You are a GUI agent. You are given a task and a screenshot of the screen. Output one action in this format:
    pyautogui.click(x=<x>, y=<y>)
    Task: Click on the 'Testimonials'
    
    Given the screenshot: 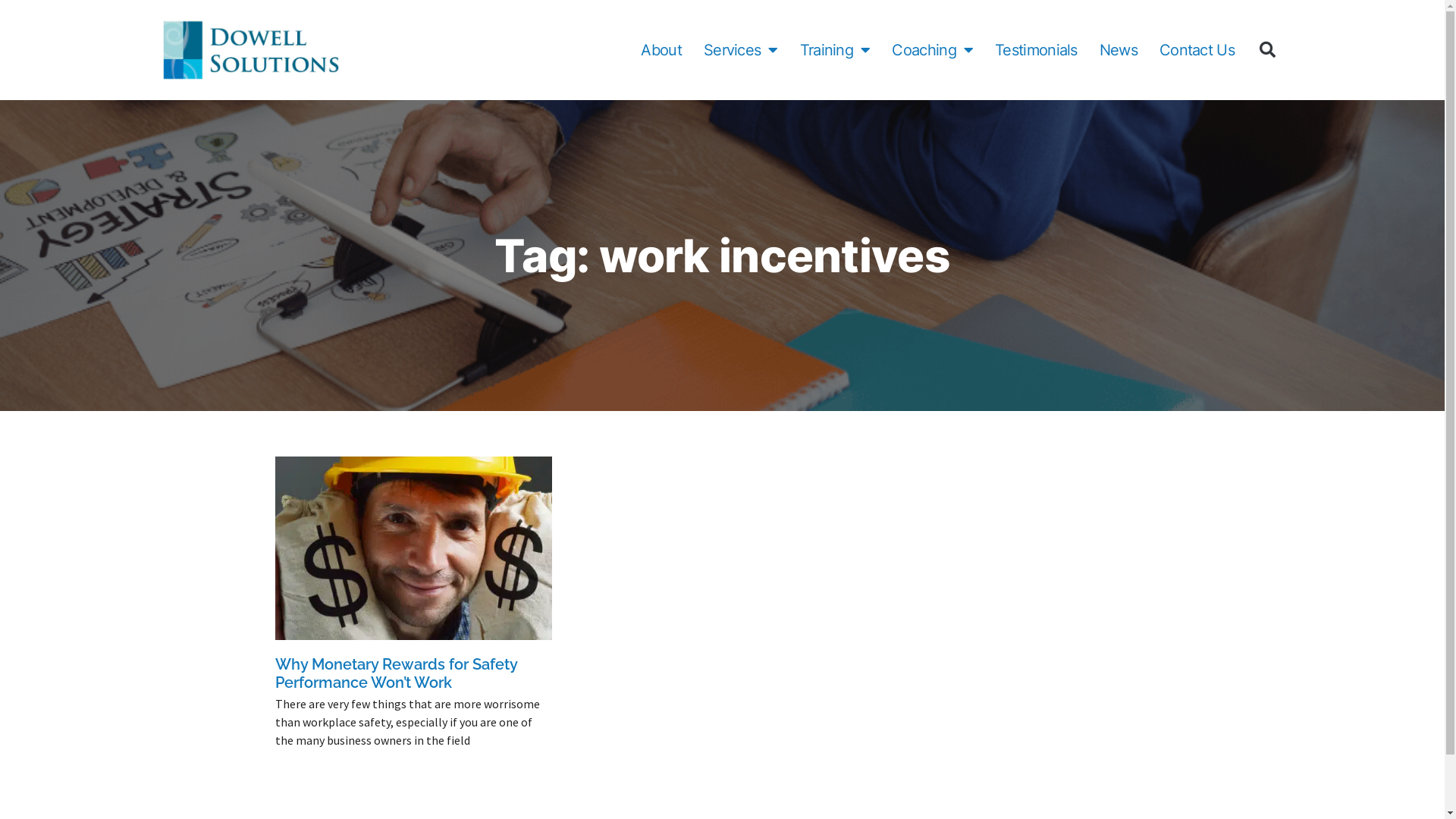 What is the action you would take?
    pyautogui.click(x=1035, y=49)
    